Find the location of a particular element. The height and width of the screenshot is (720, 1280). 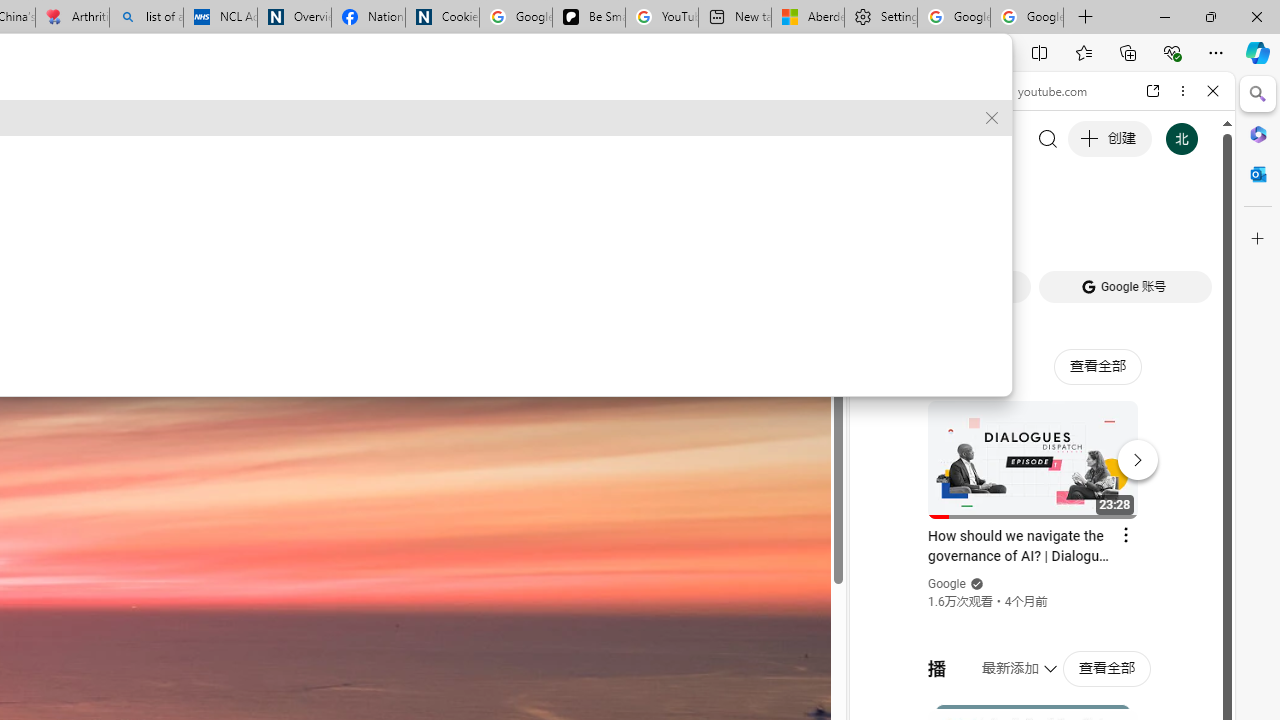

'Settings' is located at coordinates (880, 17).